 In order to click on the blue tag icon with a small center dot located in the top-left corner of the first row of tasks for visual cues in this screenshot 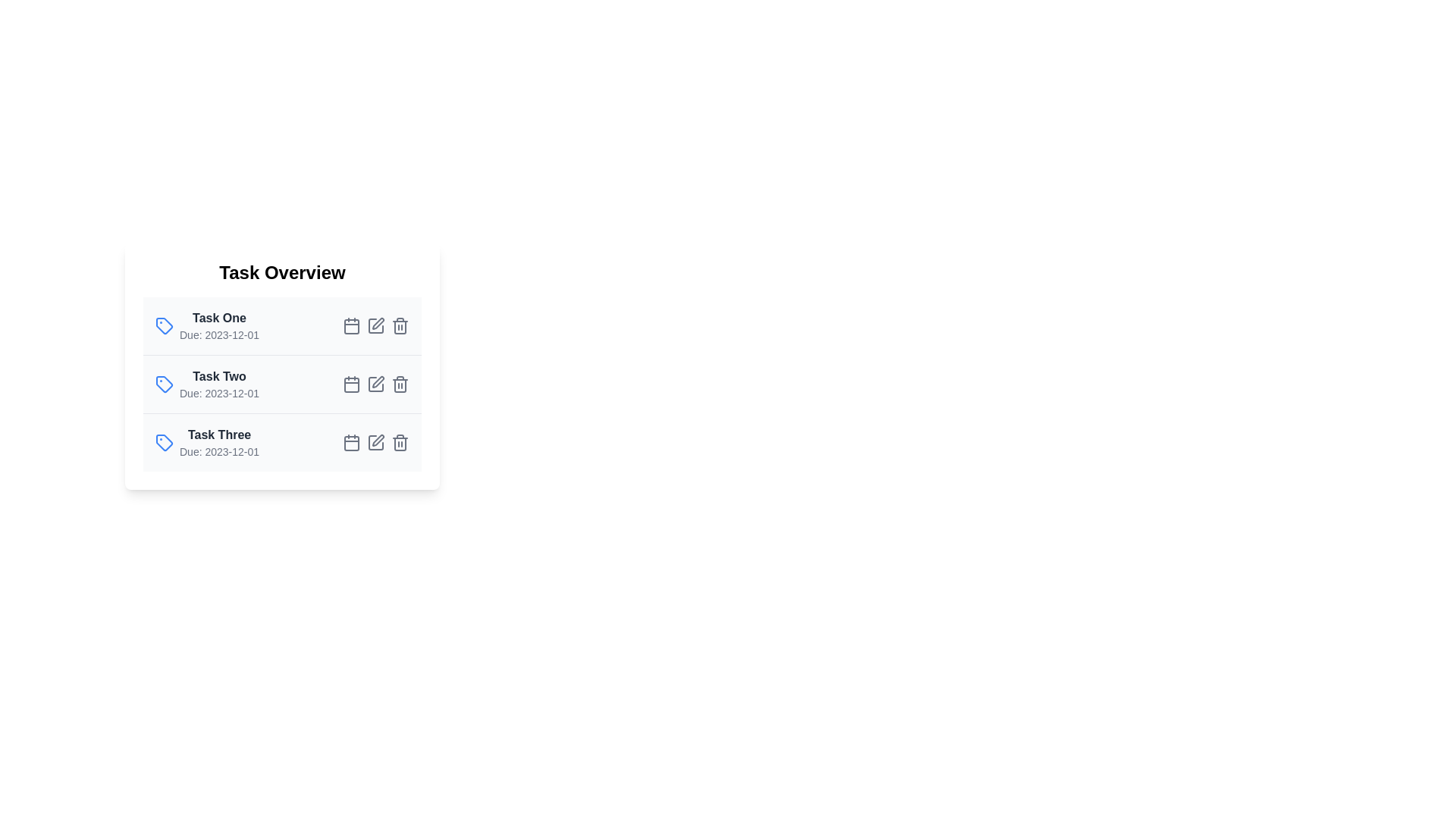, I will do `click(164, 325)`.